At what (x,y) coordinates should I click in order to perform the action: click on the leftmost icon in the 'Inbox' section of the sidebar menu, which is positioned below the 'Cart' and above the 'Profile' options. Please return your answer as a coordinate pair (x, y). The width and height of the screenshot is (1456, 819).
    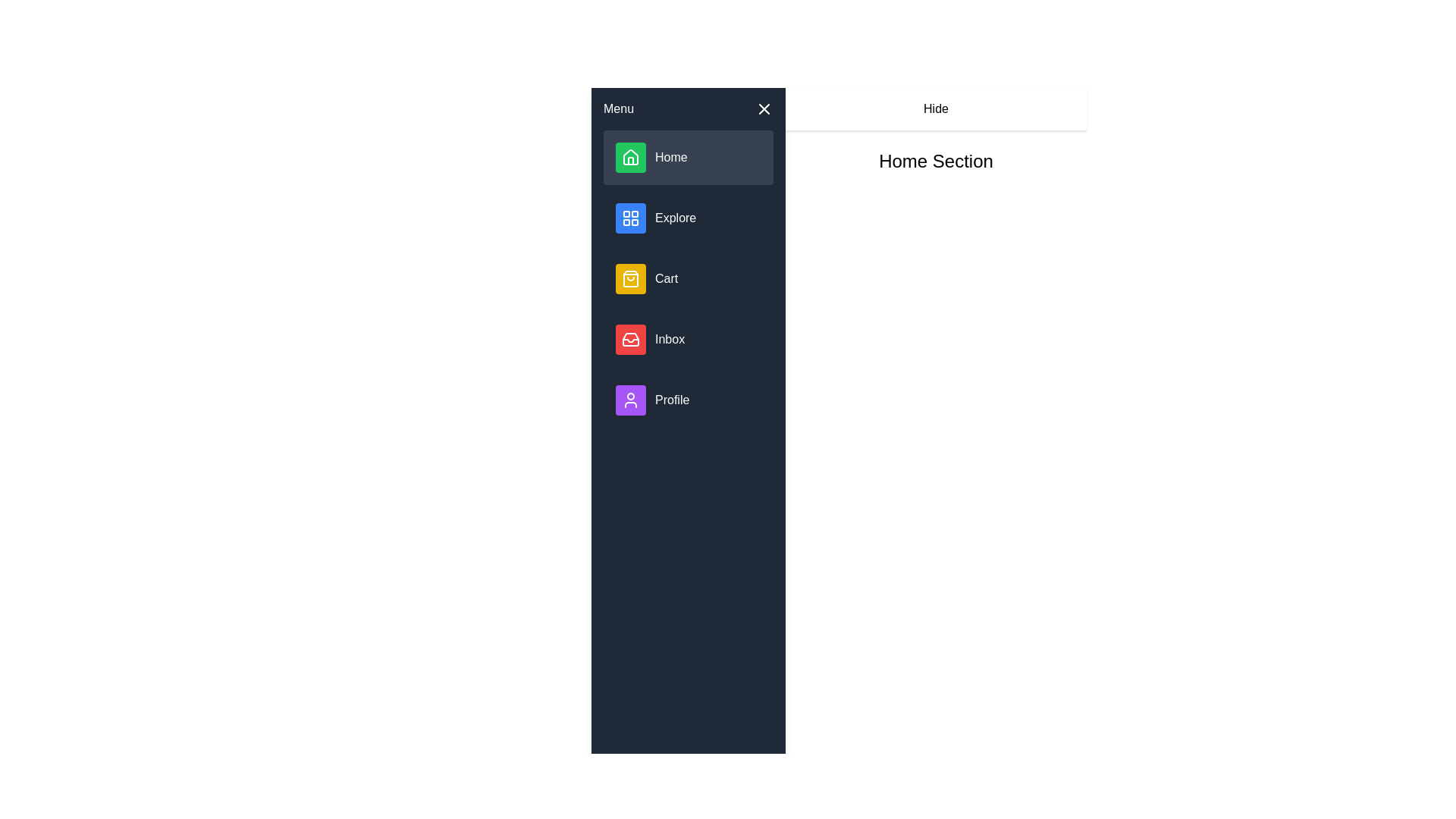
    Looking at the image, I should click on (630, 338).